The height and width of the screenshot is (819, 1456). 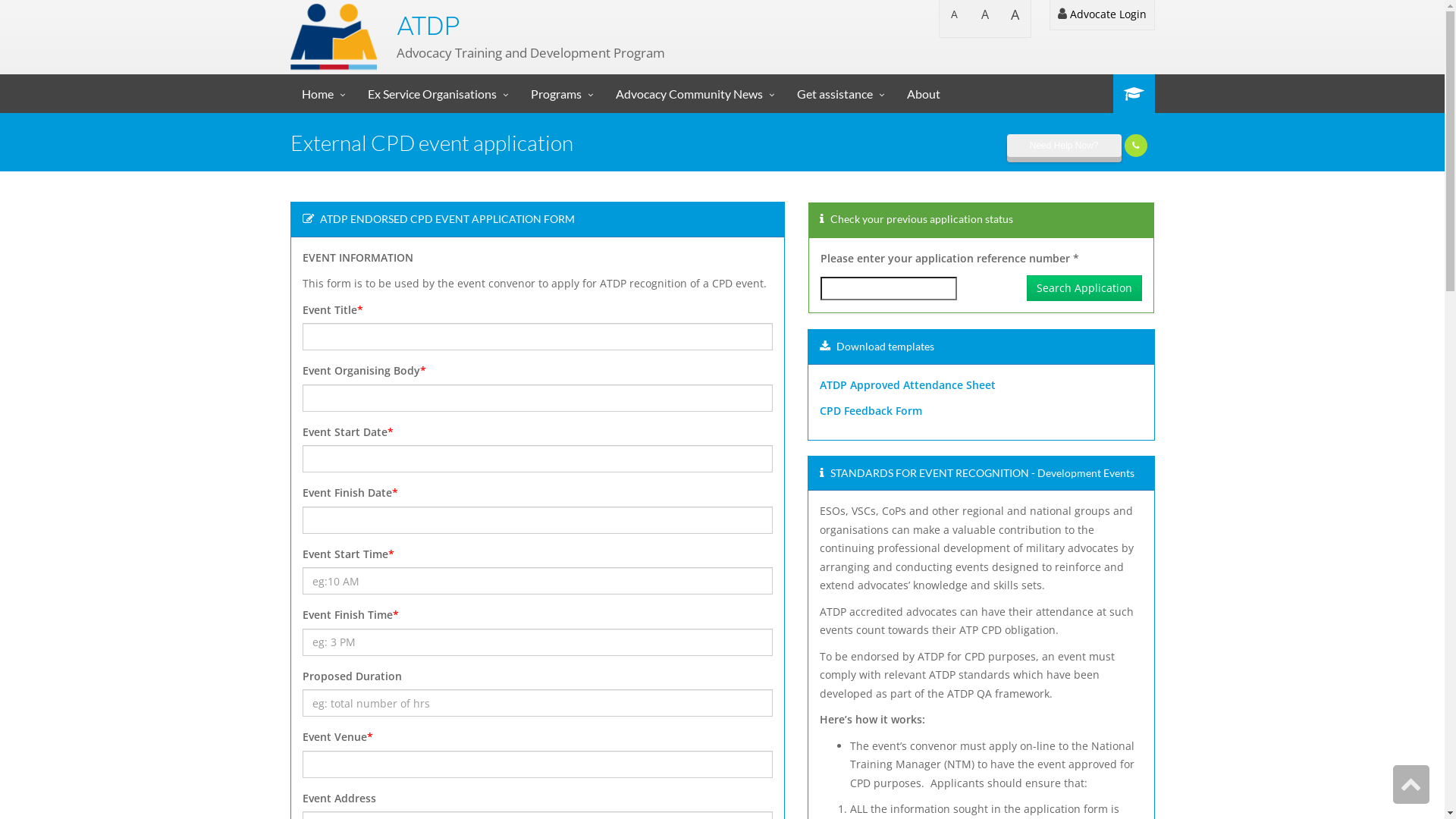 I want to click on 'Advocate Login', so click(x=1048, y=14).